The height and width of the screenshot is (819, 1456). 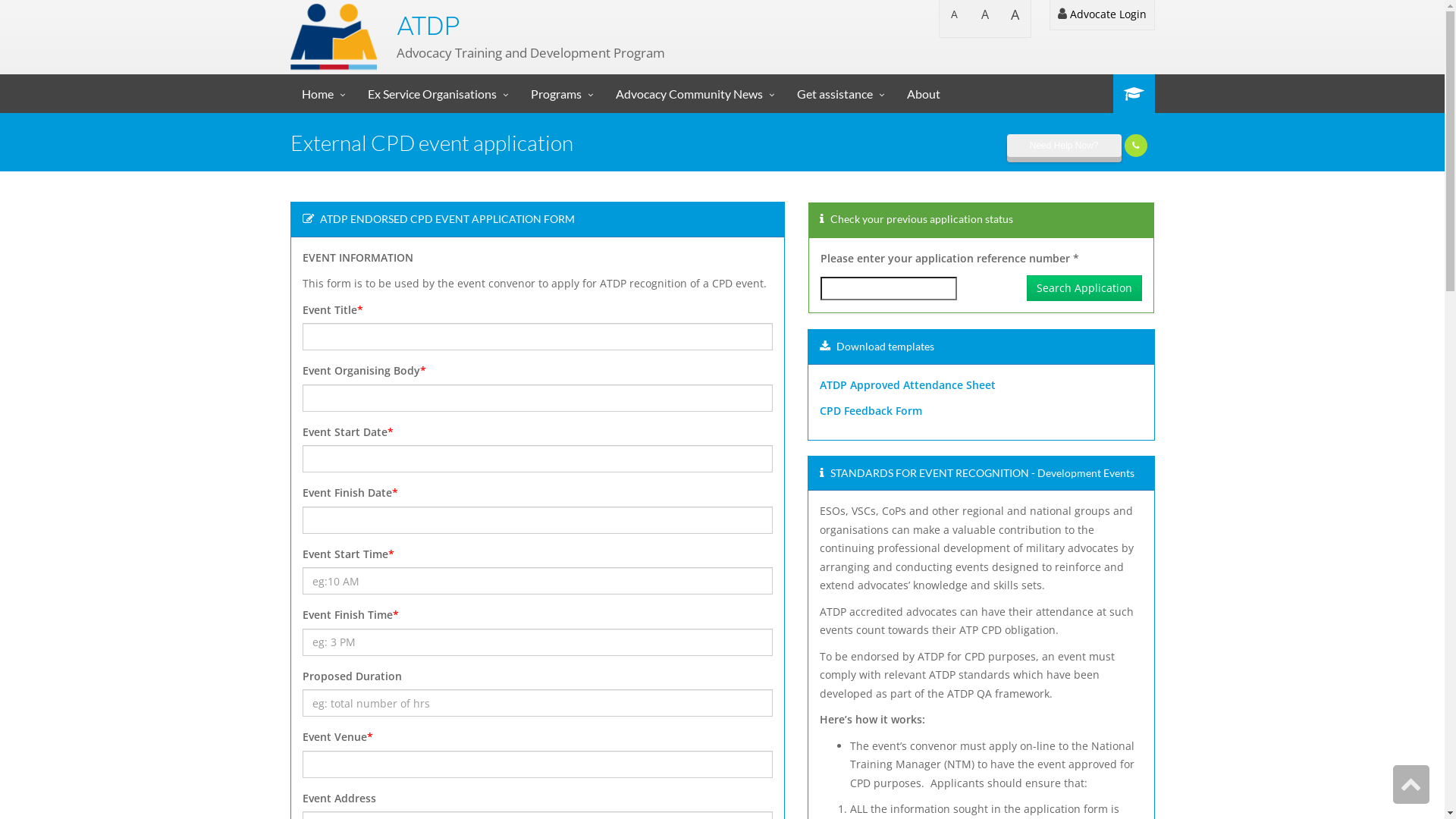 I want to click on 'Advocate Login', so click(x=1048, y=14).